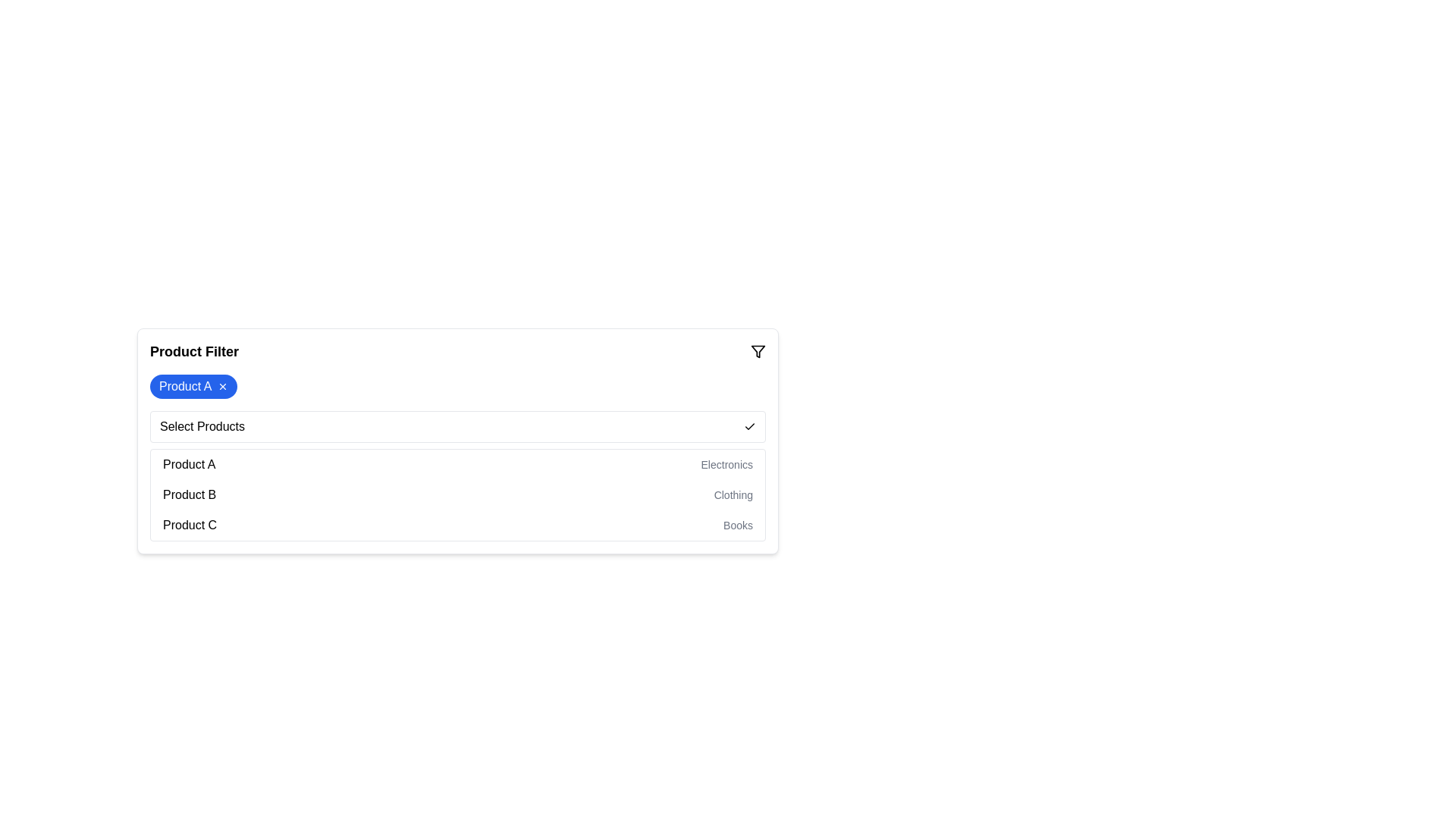  I want to click on the Checkmark icon located at the far right end of the 'Select Products' row, so click(749, 427).